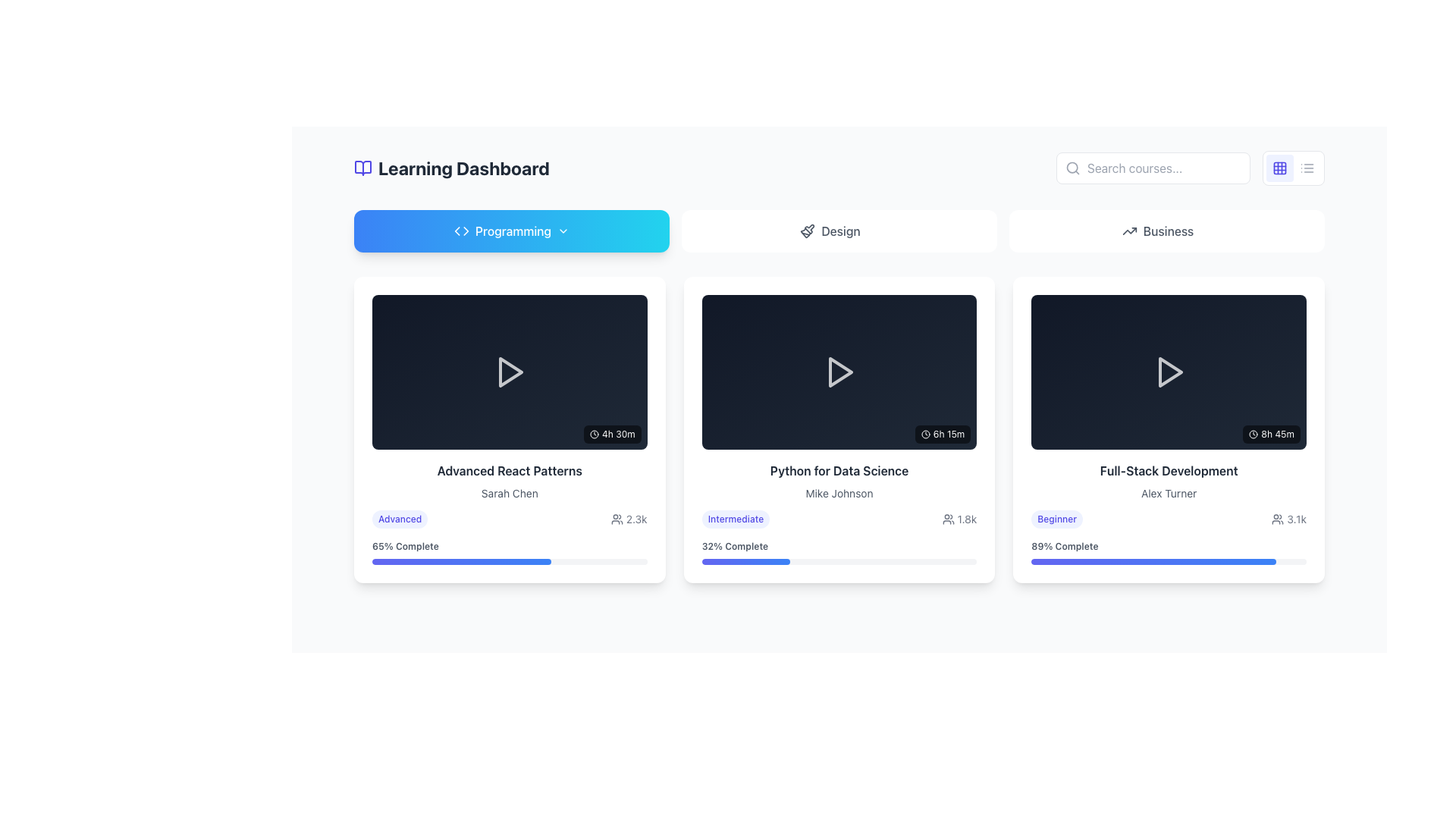 The image size is (1456, 819). I want to click on the progress displayed by the vibrant gradient horizontal progress bar representing the 'Full-Stack Development' course located at the bottom of the third course card, so click(1153, 561).